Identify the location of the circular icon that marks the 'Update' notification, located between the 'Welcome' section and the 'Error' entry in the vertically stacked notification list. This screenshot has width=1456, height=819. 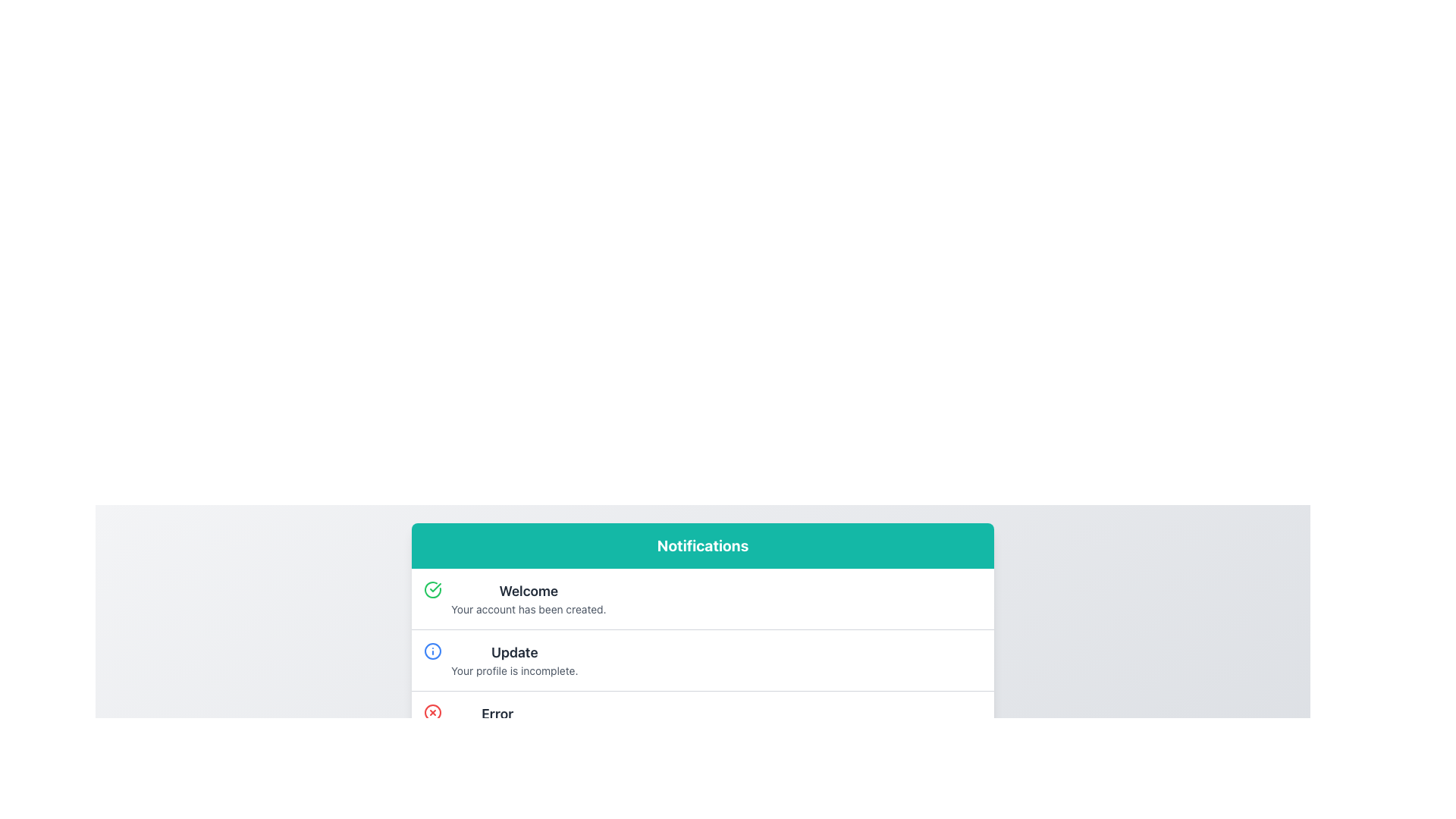
(432, 651).